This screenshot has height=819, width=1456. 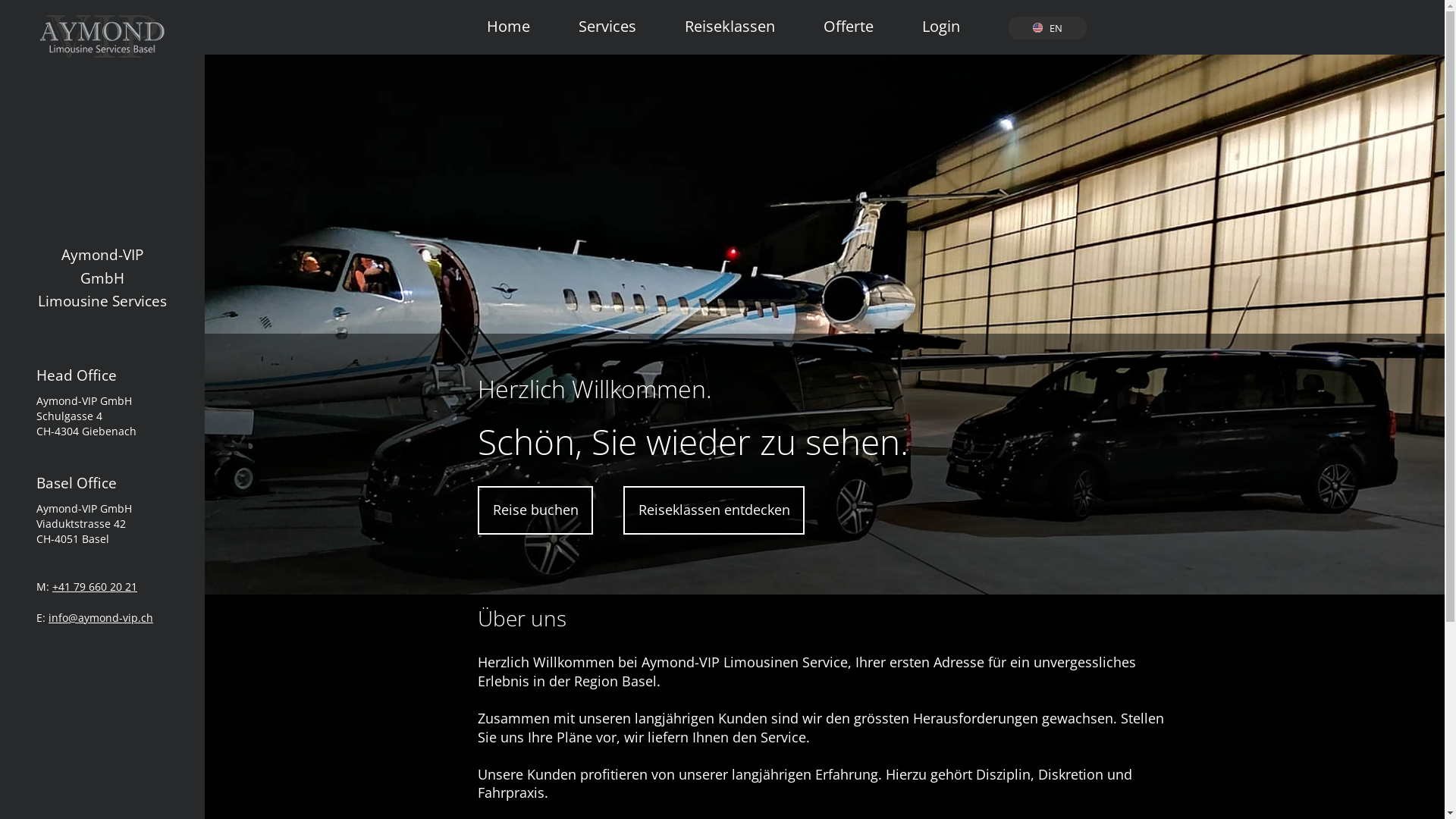 I want to click on 'info@aymond-vip.ch', so click(x=100, y=617).